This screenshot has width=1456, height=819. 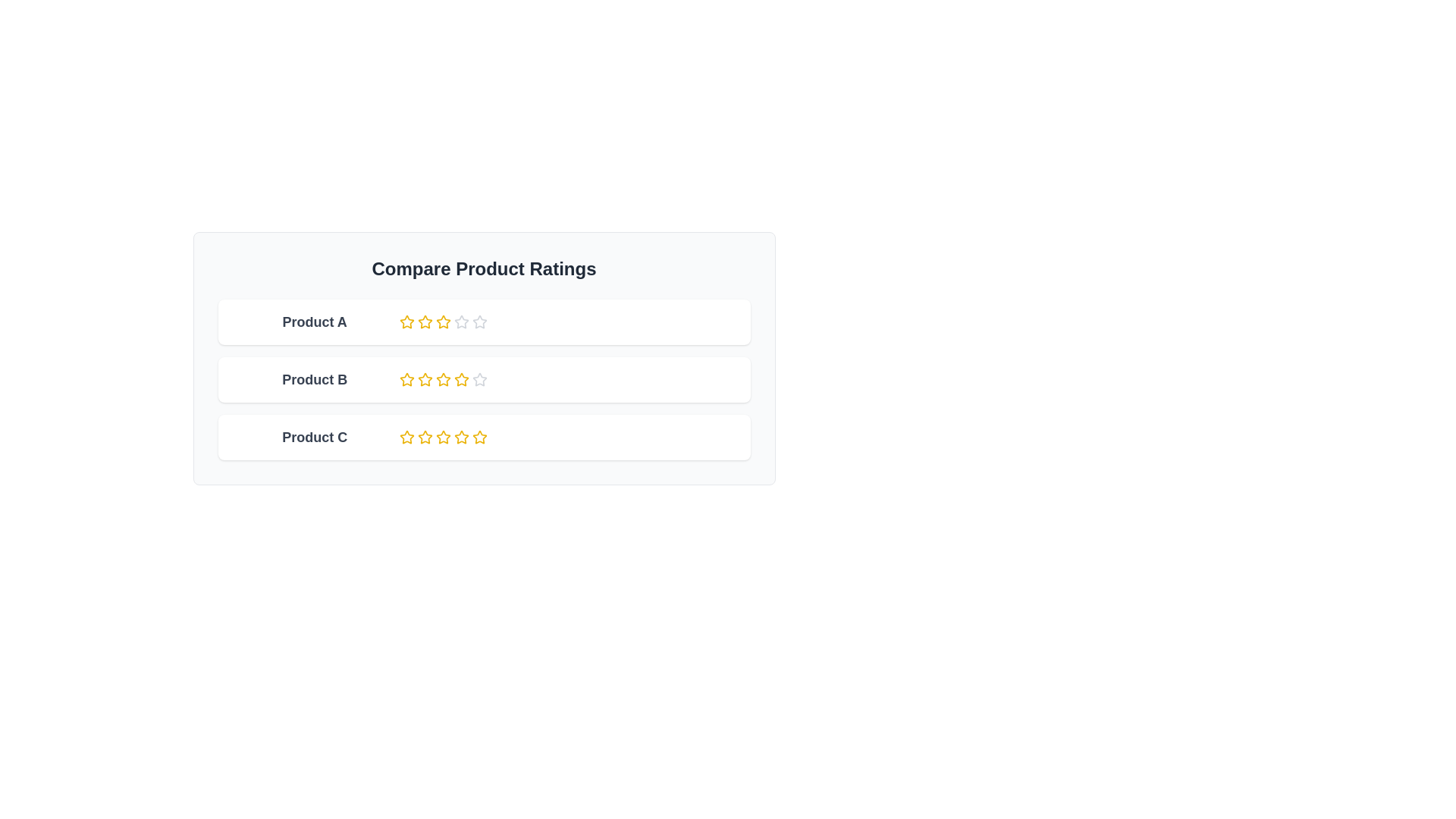 What do you see at coordinates (479, 378) in the screenshot?
I see `the third star icon in the rating component for 'Product B'` at bounding box center [479, 378].